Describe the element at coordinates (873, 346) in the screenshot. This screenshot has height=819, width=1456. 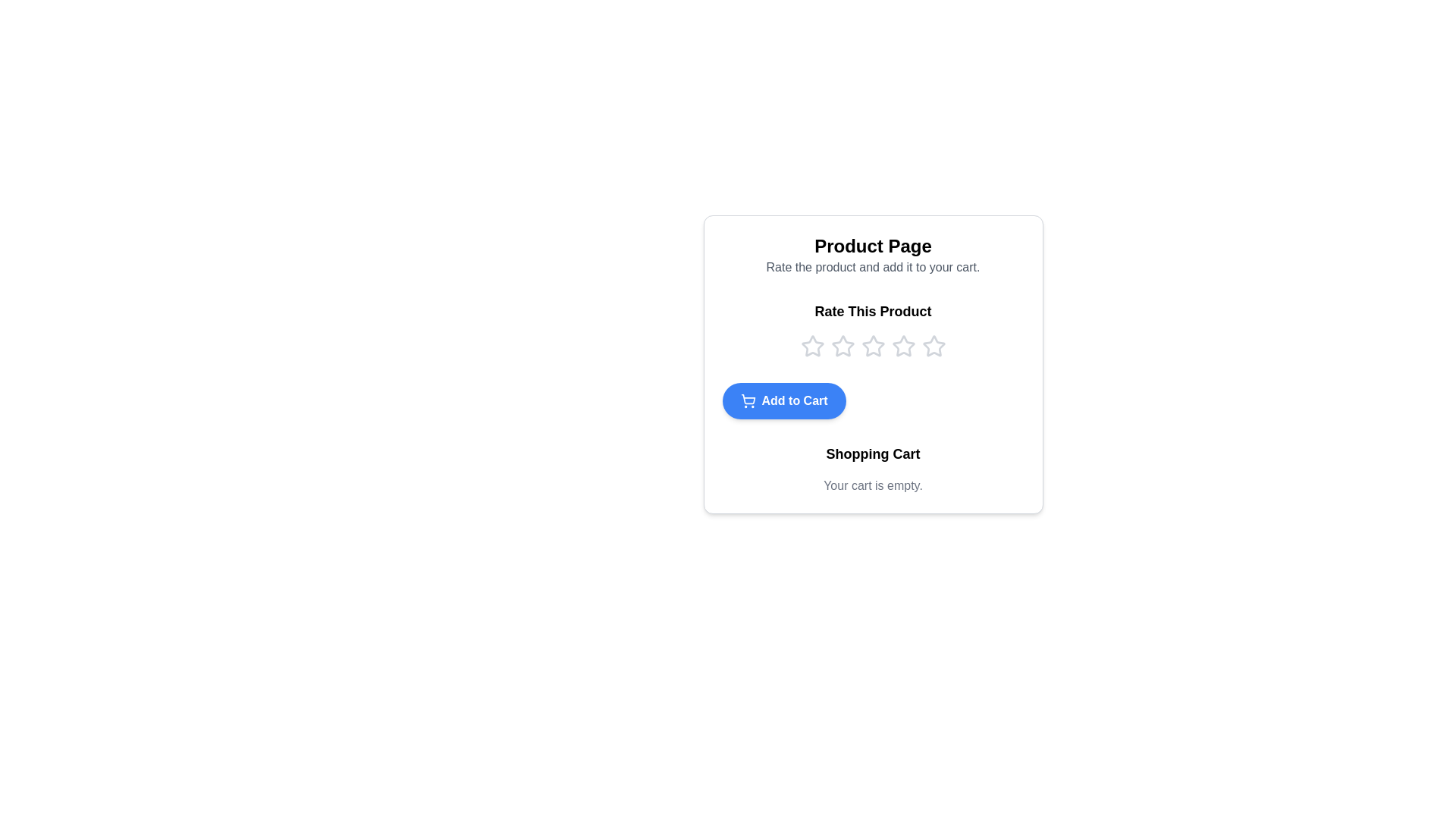
I see `the fourth star icon in the rating section beneath 'Rate This Product'` at that location.